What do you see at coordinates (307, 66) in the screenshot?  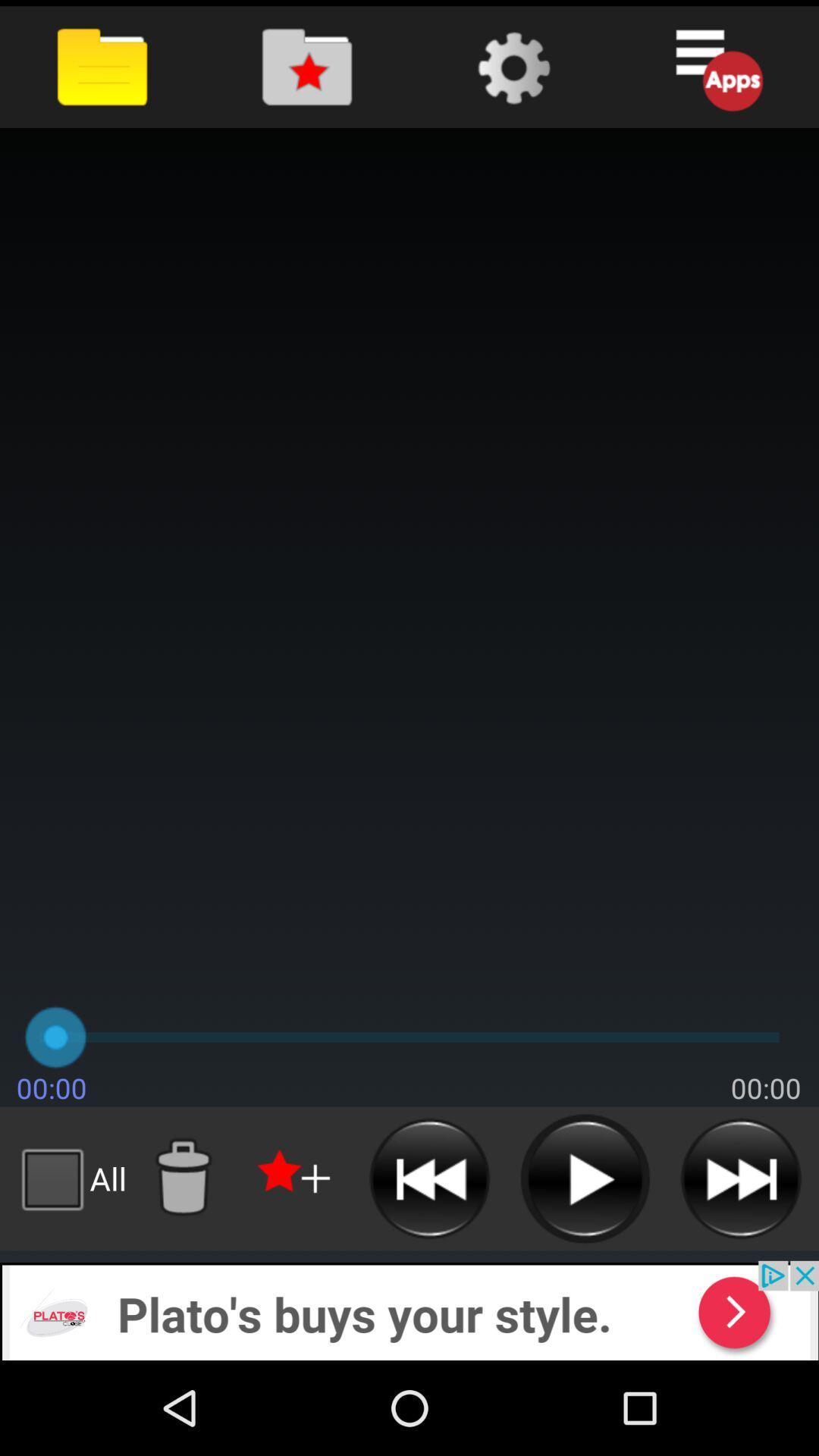 I see `opens 'favorite files` at bounding box center [307, 66].